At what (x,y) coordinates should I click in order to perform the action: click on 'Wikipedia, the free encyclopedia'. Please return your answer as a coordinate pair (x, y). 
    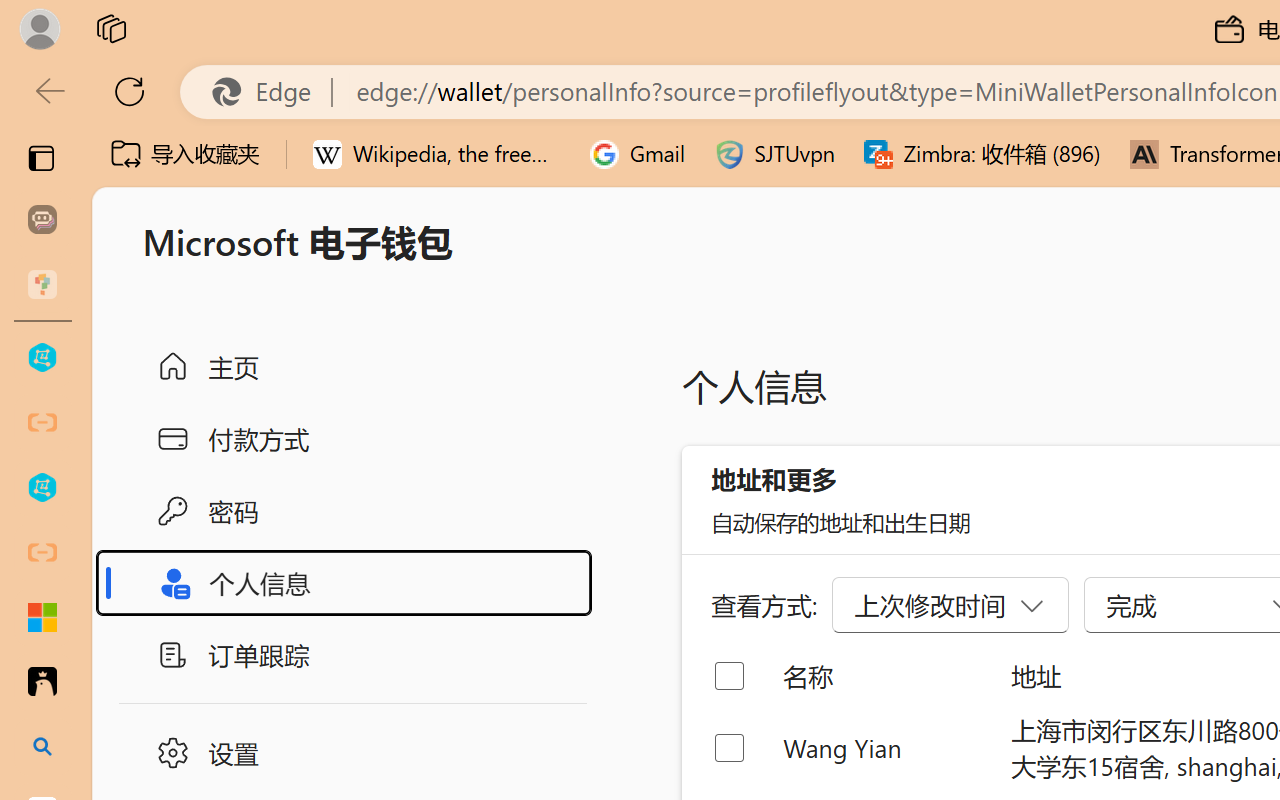
    Looking at the image, I should click on (436, 154).